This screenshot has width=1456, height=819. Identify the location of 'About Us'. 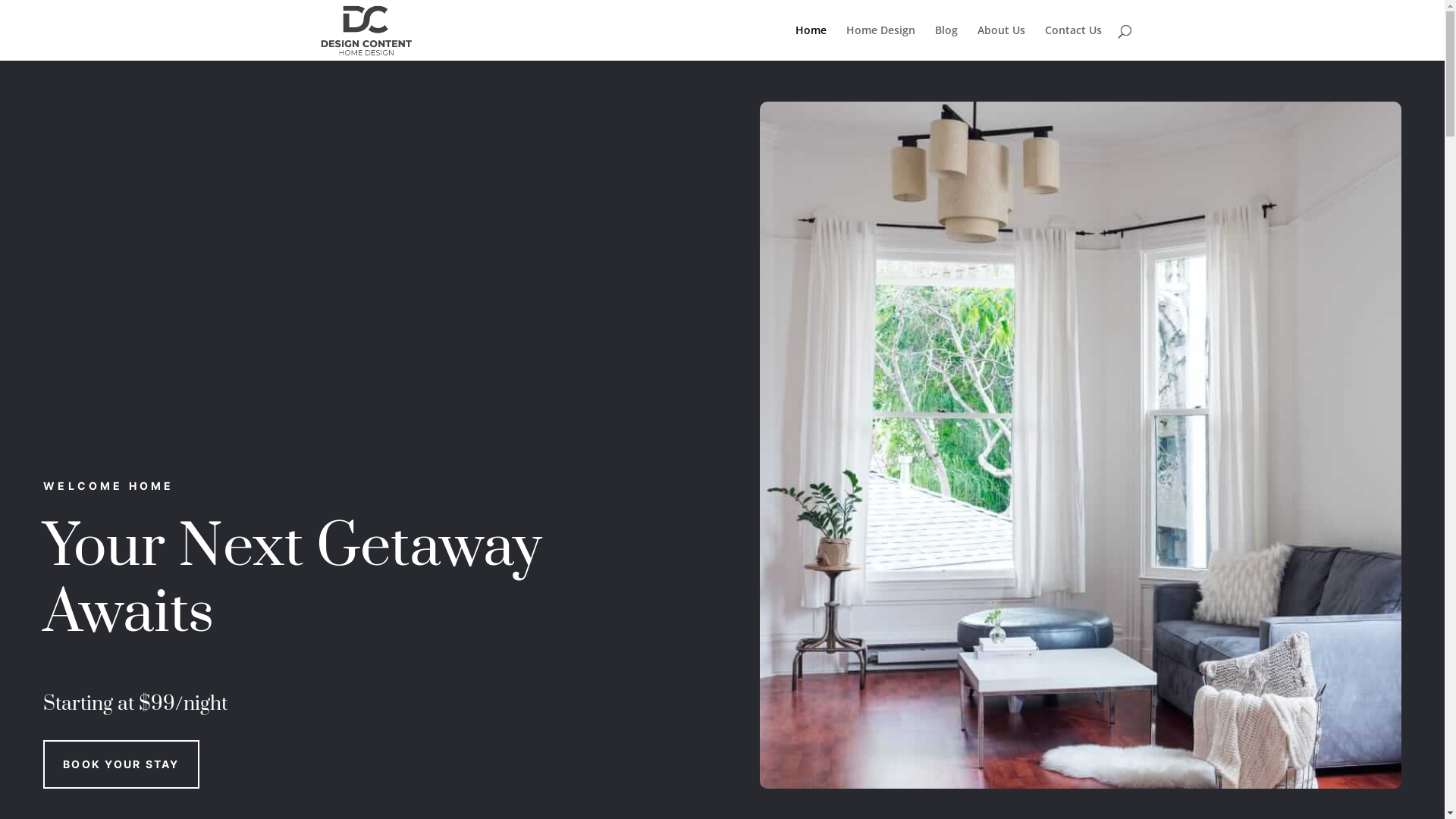
(976, 42).